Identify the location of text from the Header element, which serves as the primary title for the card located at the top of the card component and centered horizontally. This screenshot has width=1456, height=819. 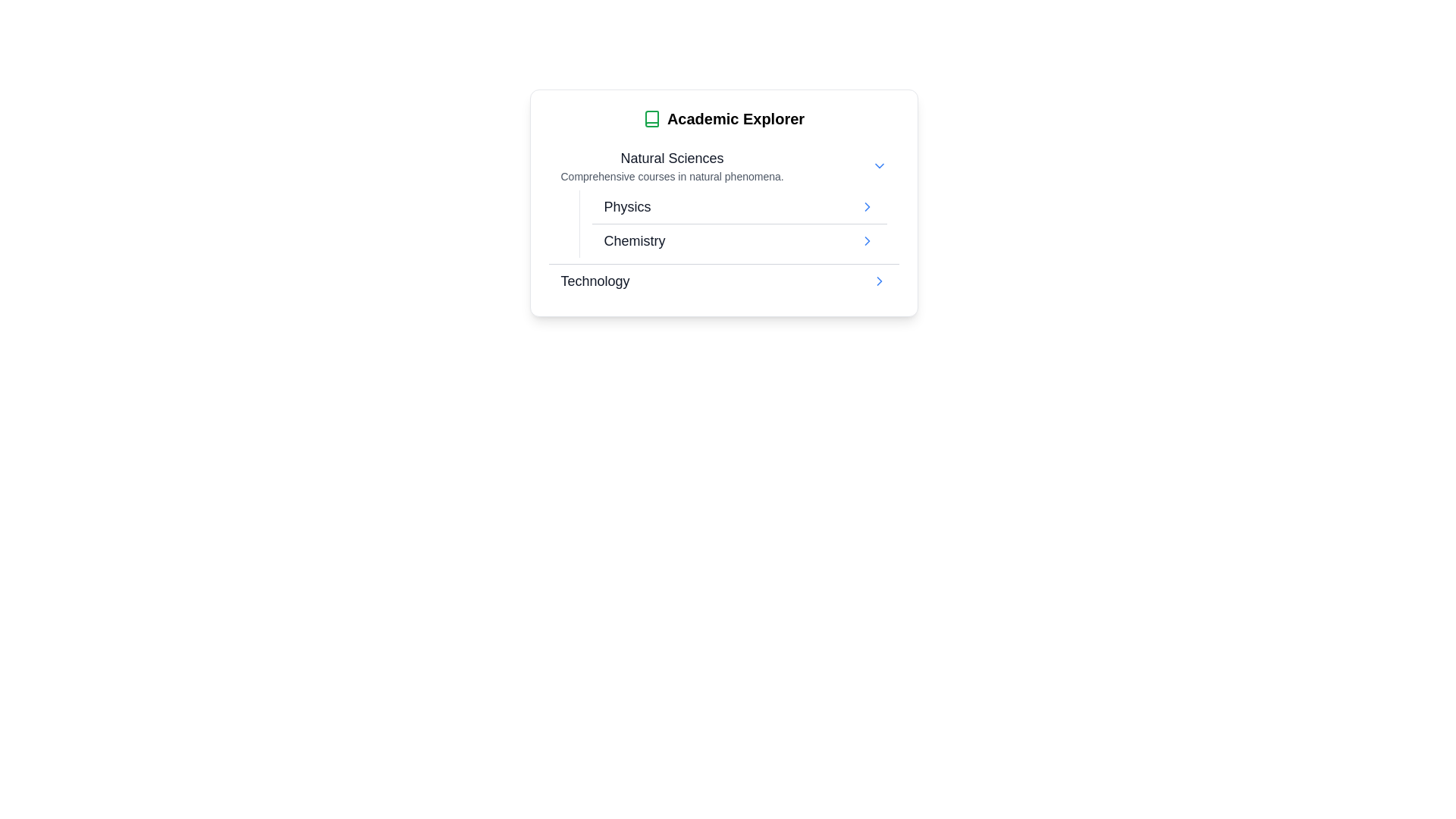
(723, 118).